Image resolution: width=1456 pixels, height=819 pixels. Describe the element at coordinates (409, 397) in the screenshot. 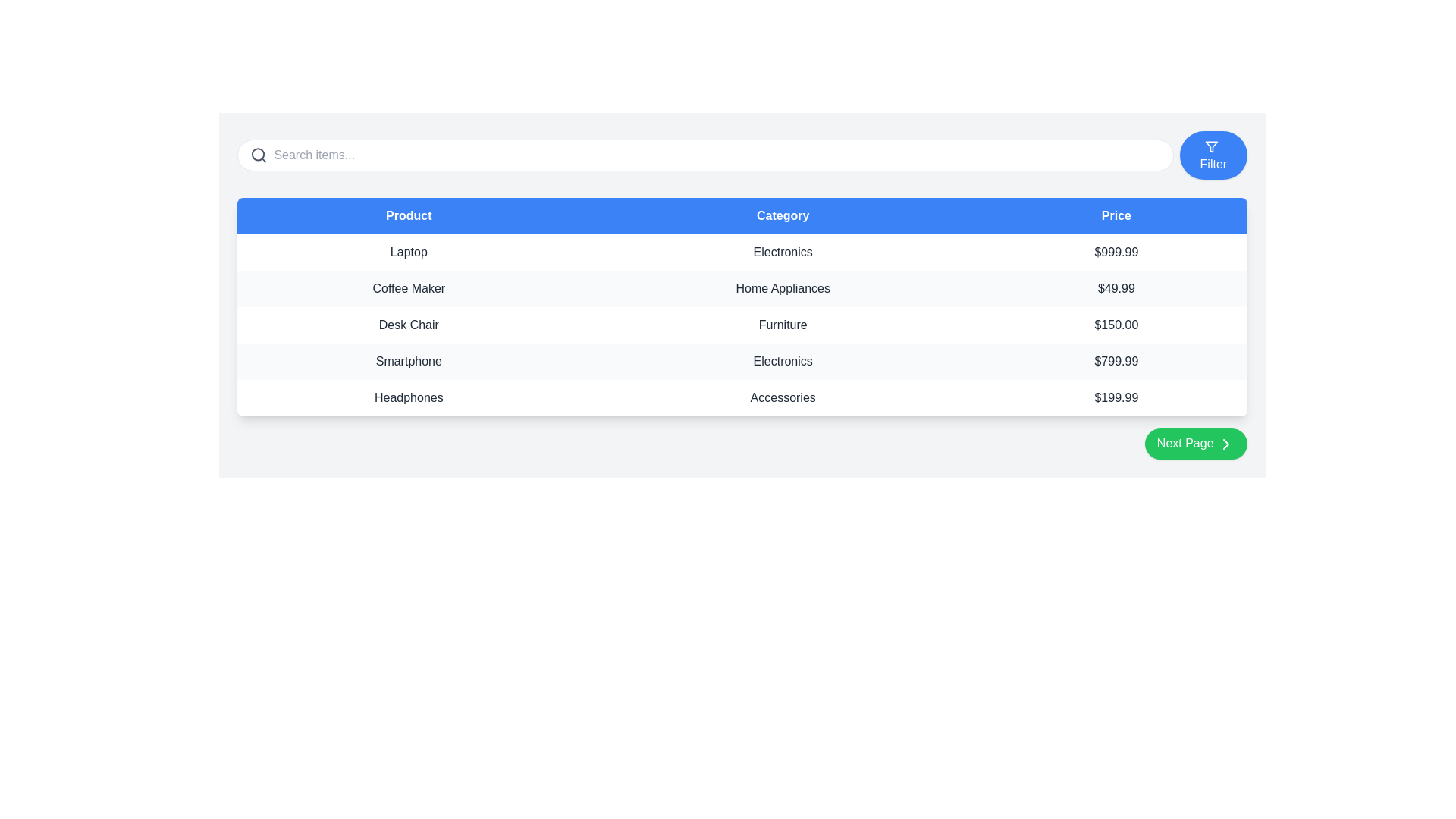

I see `the text label identifying the product name in the fifth row of the table within the first column titled 'Product'` at that location.